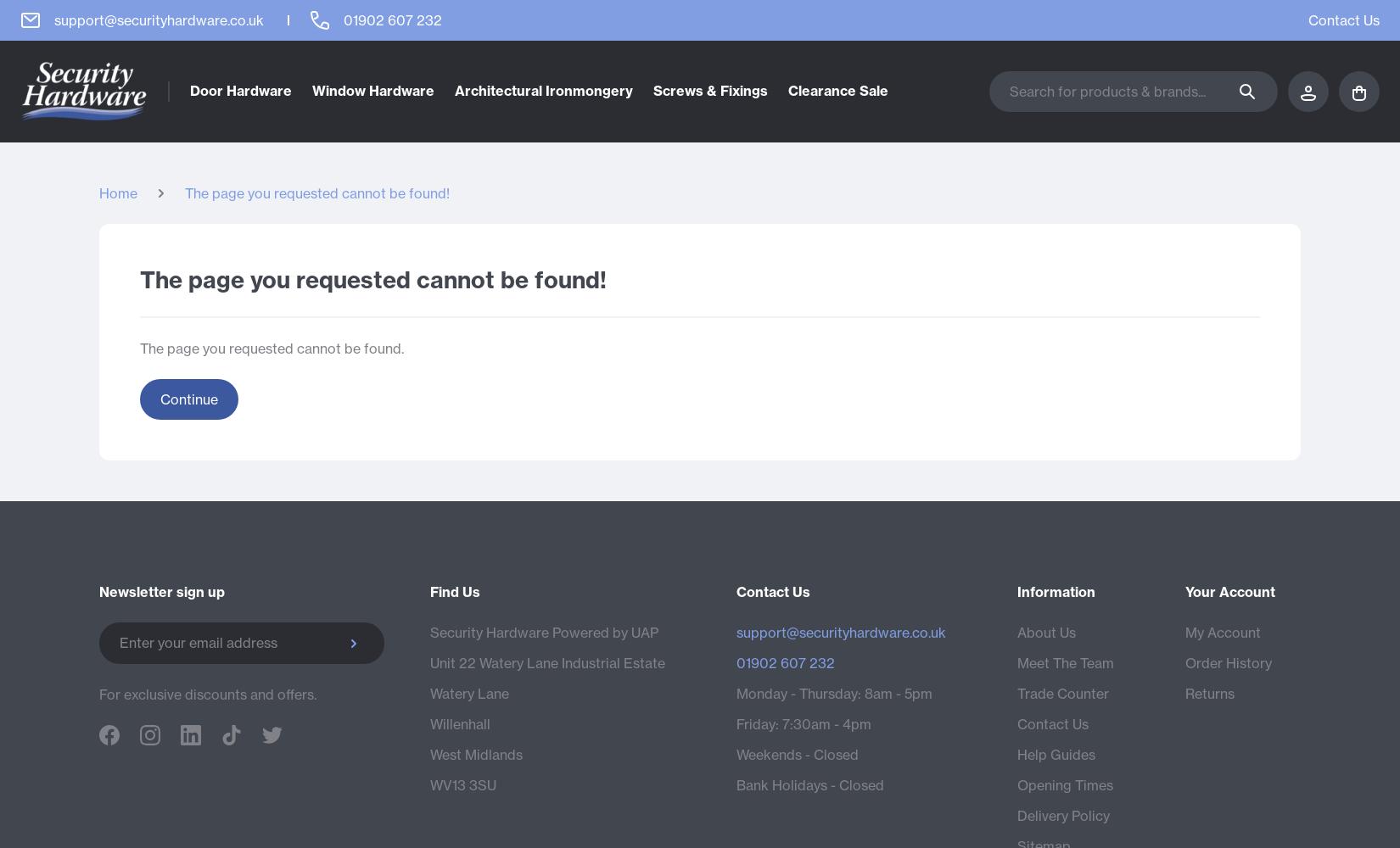 This screenshot has height=848, width=1400. What do you see at coordinates (454, 590) in the screenshot?
I see `'Find Us'` at bounding box center [454, 590].